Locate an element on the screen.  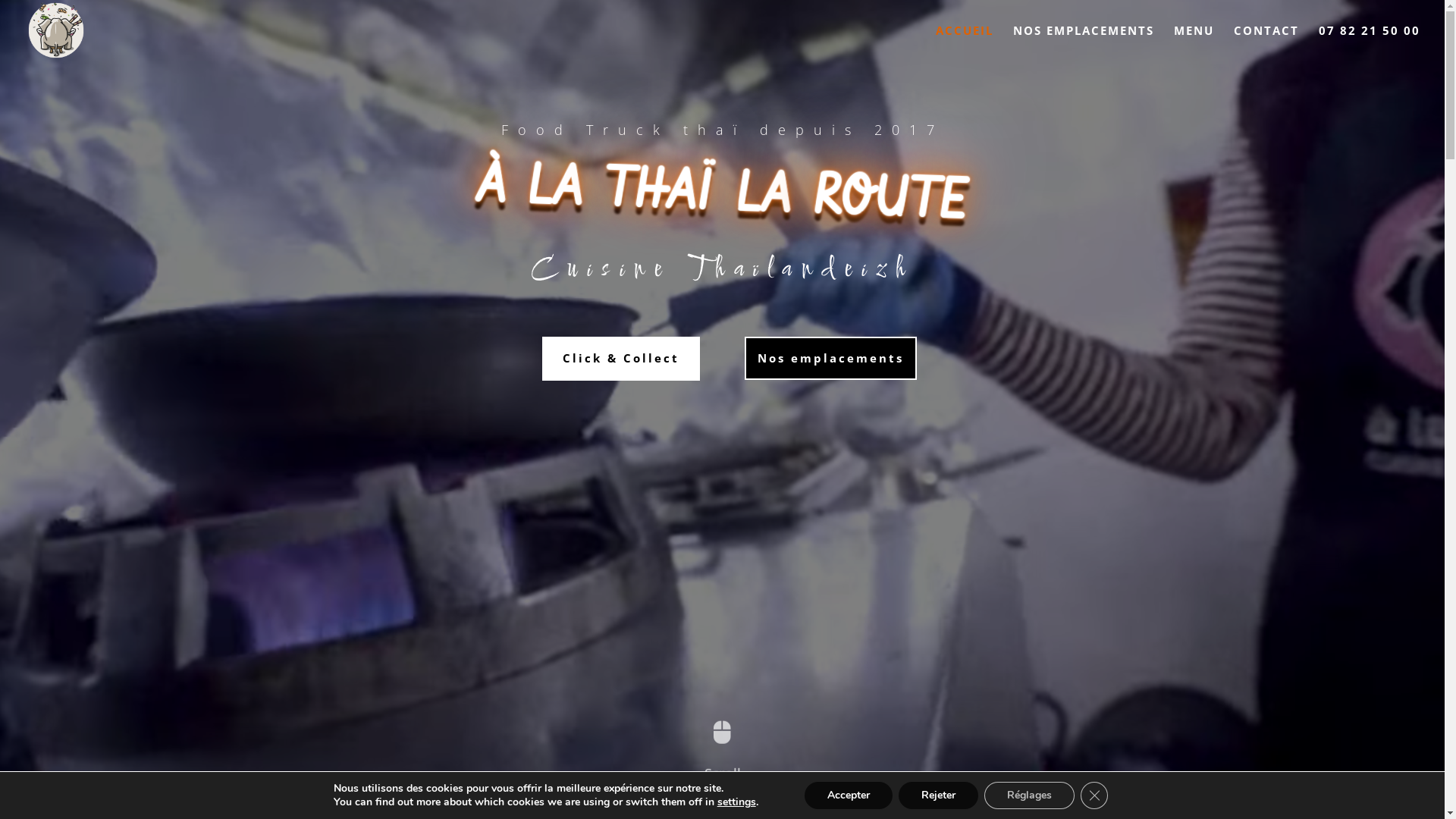
'MENU' is located at coordinates (1193, 42).